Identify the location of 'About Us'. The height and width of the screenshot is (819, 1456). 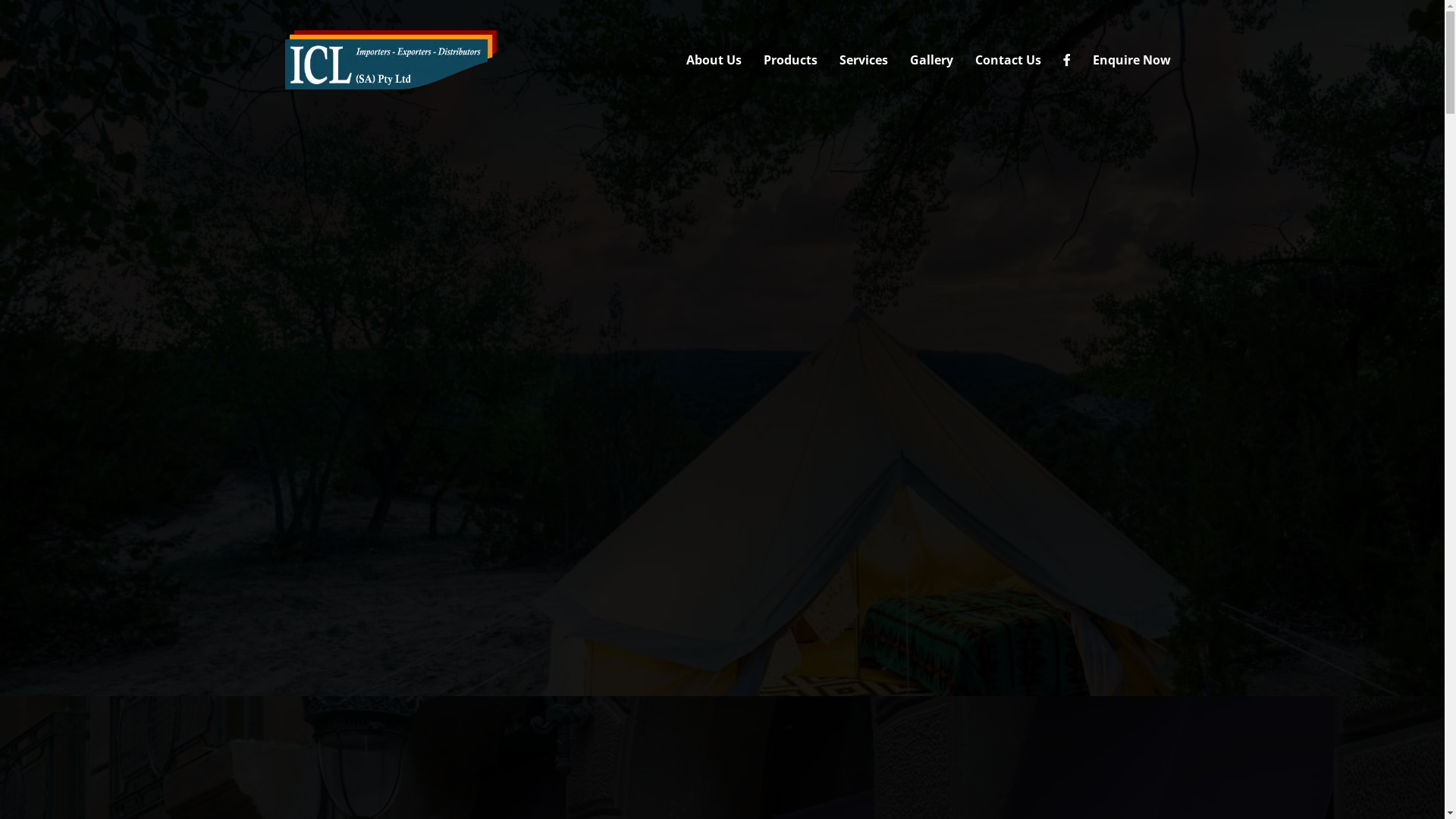
(712, 58).